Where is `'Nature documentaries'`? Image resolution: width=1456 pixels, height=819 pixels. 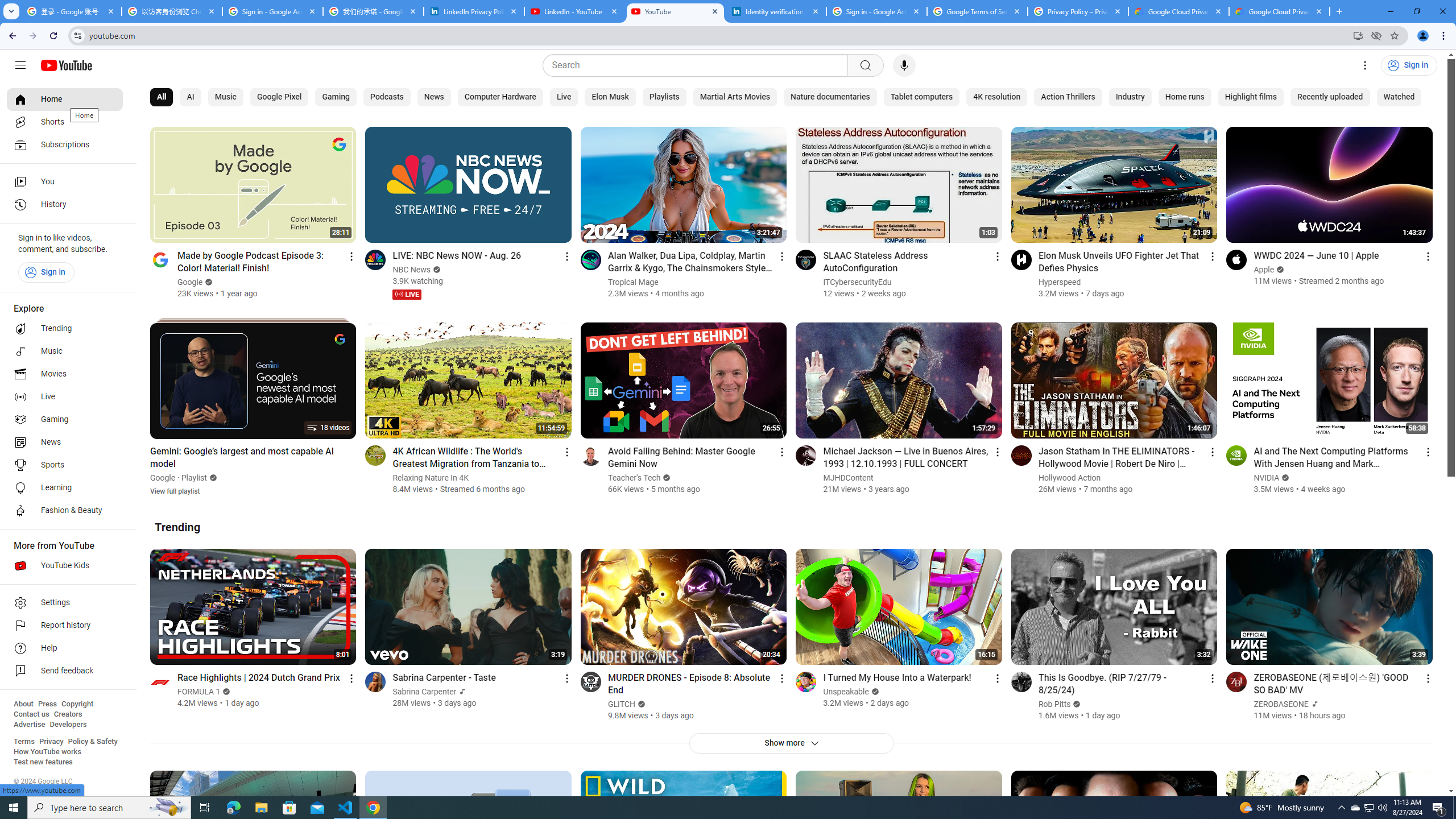
'Nature documentaries' is located at coordinates (830, 97).